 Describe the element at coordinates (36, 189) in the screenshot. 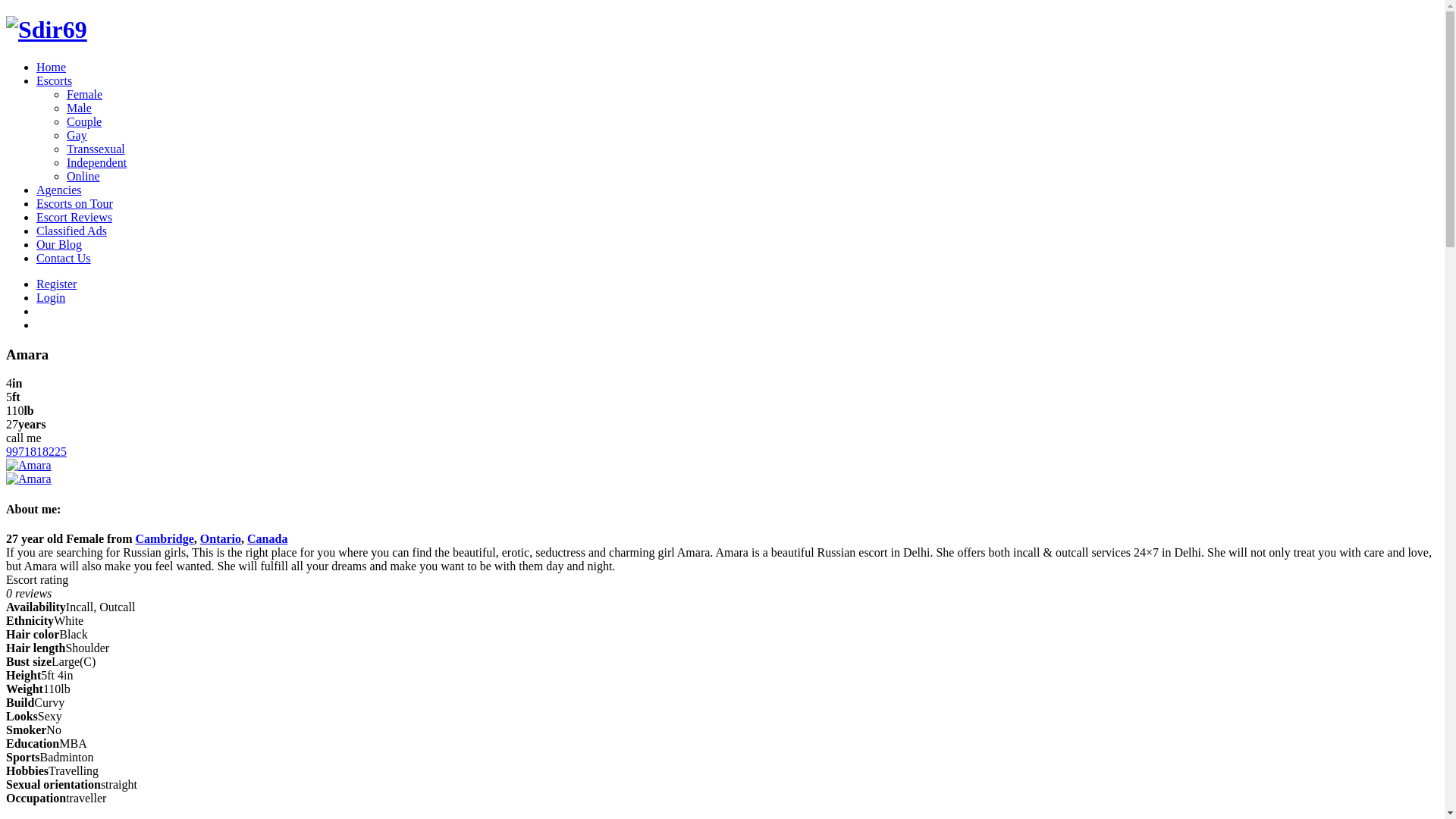

I see `'Agencies'` at that location.